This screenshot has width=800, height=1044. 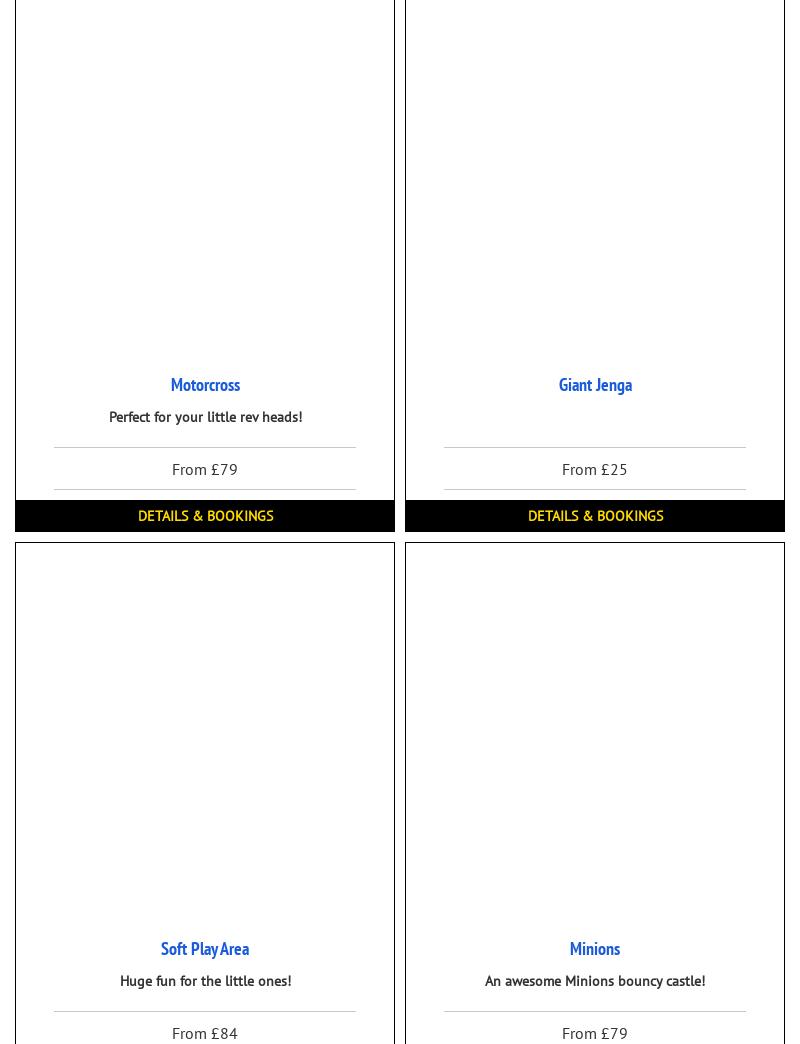 I want to click on 'From £84', so click(x=204, y=1031).